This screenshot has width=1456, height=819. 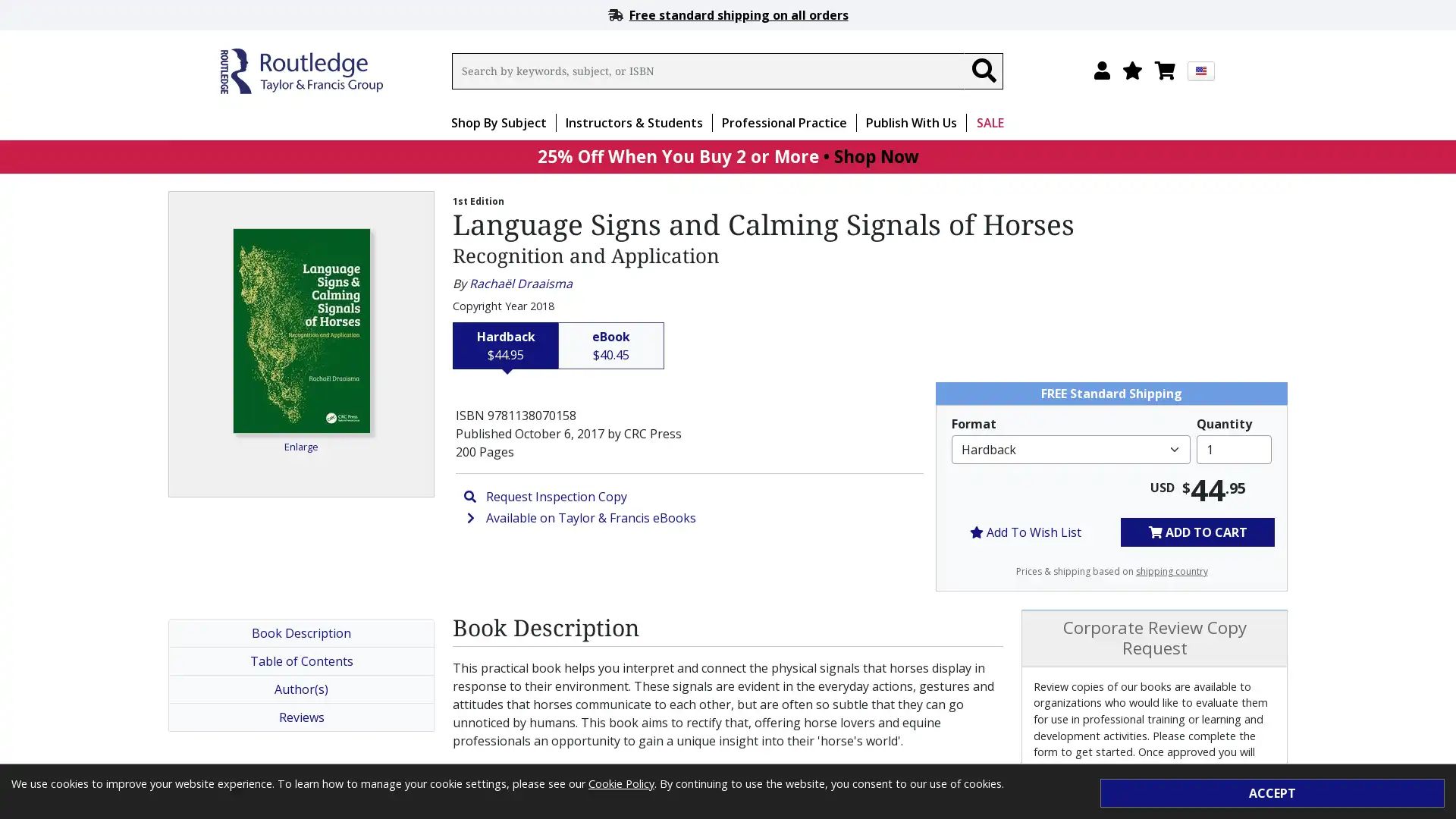 What do you see at coordinates (983, 71) in the screenshot?
I see `Search` at bounding box center [983, 71].